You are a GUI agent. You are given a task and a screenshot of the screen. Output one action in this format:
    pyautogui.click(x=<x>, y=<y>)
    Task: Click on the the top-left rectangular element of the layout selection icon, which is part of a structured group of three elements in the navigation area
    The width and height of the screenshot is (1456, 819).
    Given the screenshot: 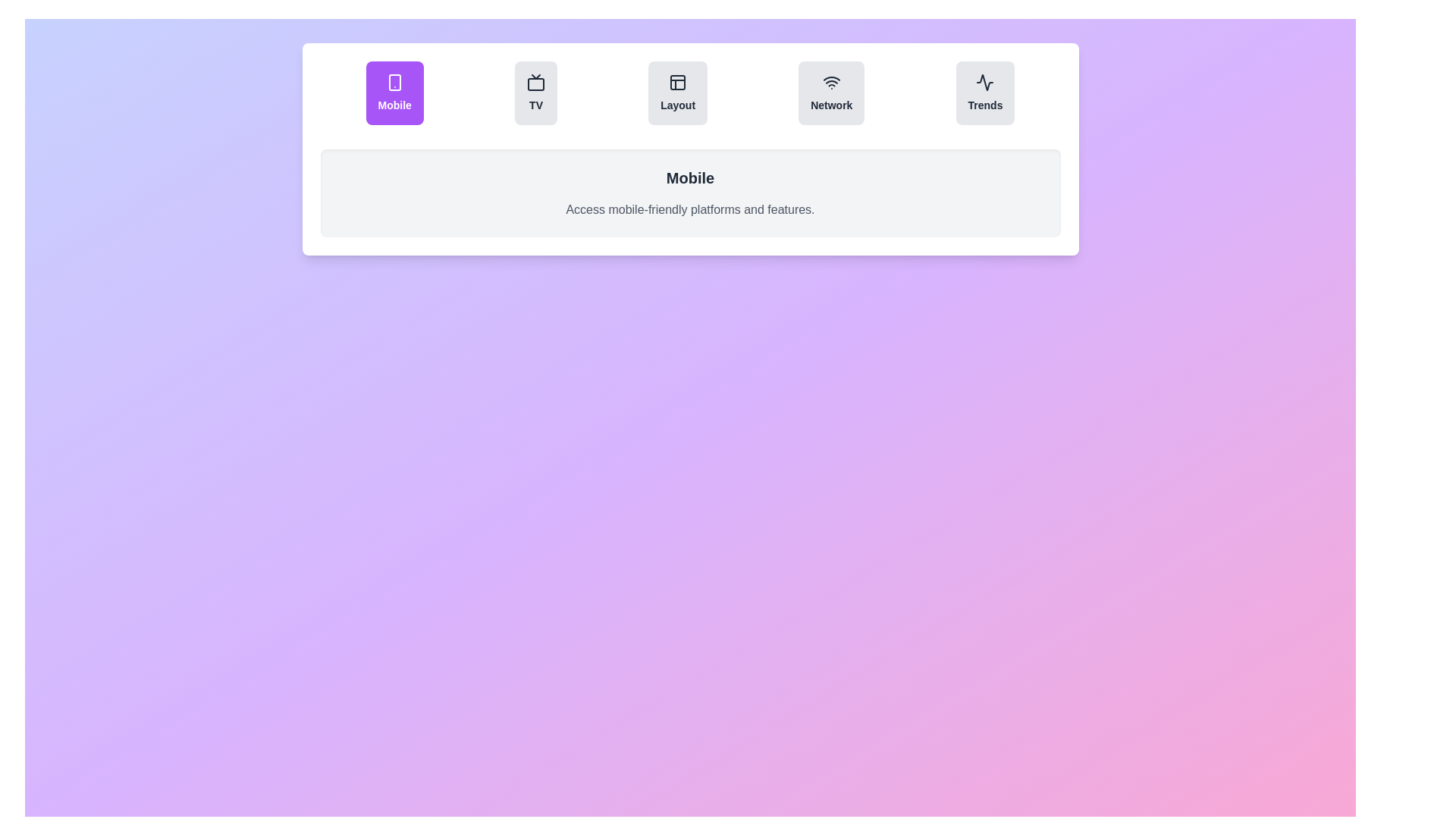 What is the action you would take?
    pyautogui.click(x=677, y=82)
    